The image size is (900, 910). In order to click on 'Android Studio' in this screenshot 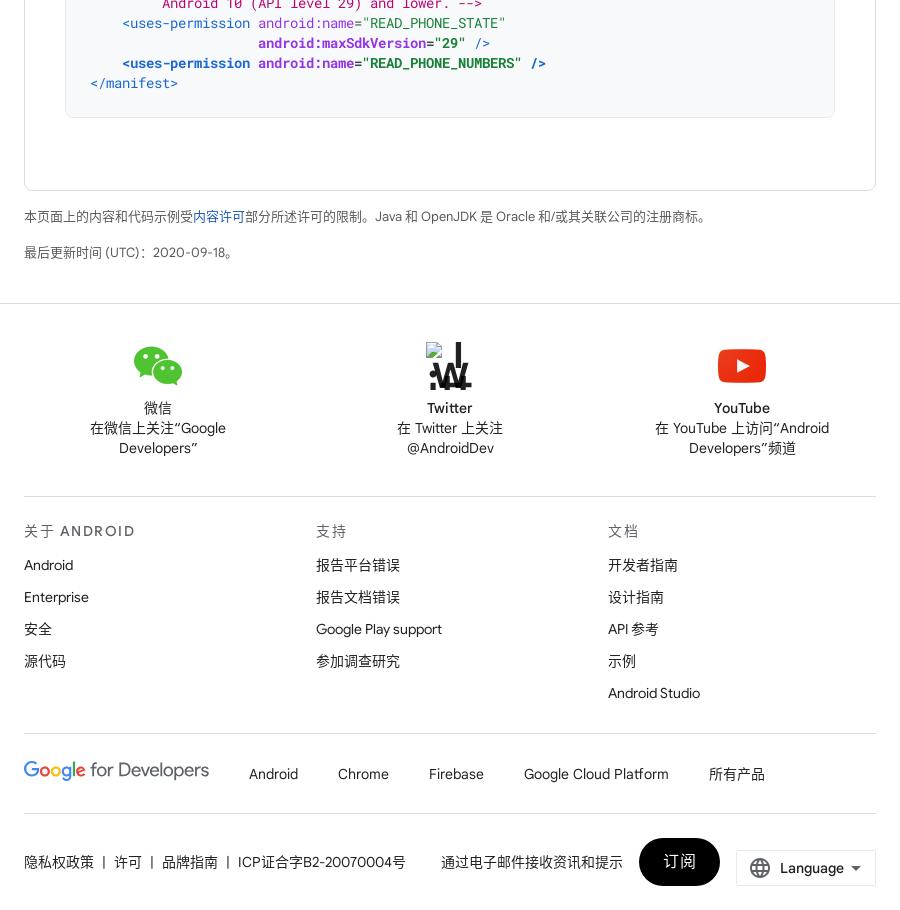, I will do `click(654, 692)`.